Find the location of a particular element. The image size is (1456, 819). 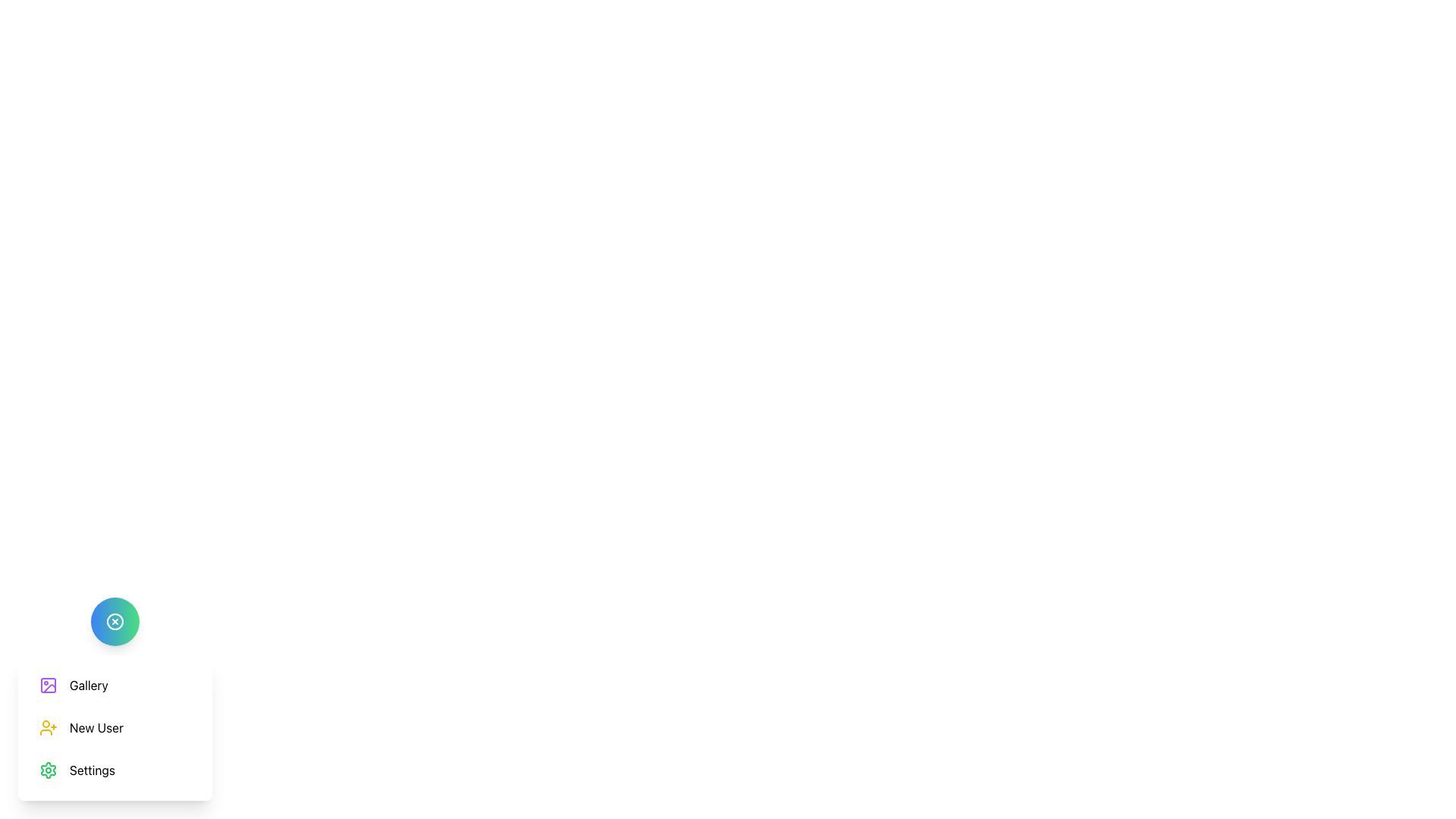

the button used to add a new user, which is the second item in a vertical list positioned below 'Gallery' and above 'Settings' is located at coordinates (80, 727).